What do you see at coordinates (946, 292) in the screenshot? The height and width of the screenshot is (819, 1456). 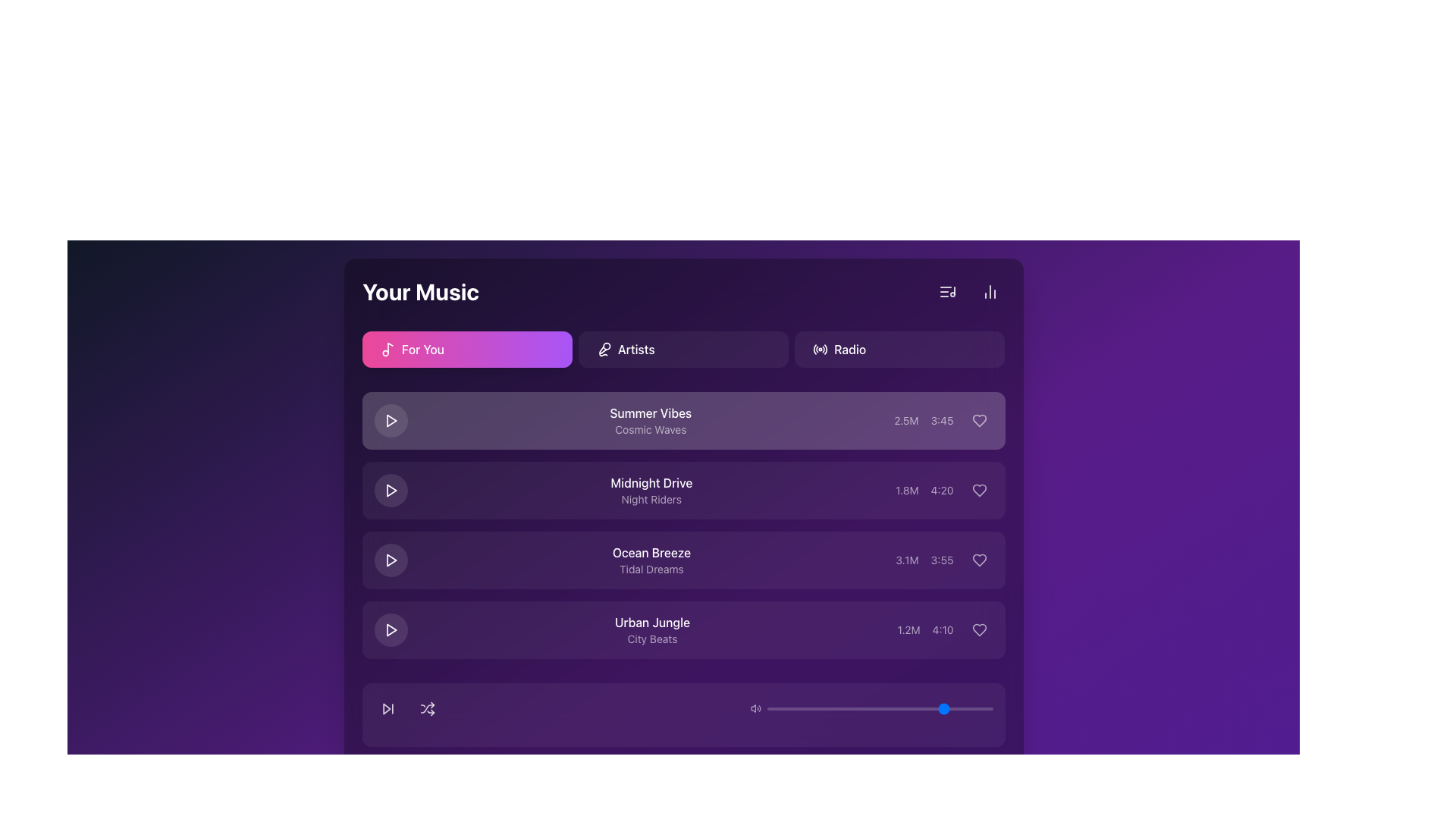 I see `the button in the top-right corner of the application interface` at bounding box center [946, 292].